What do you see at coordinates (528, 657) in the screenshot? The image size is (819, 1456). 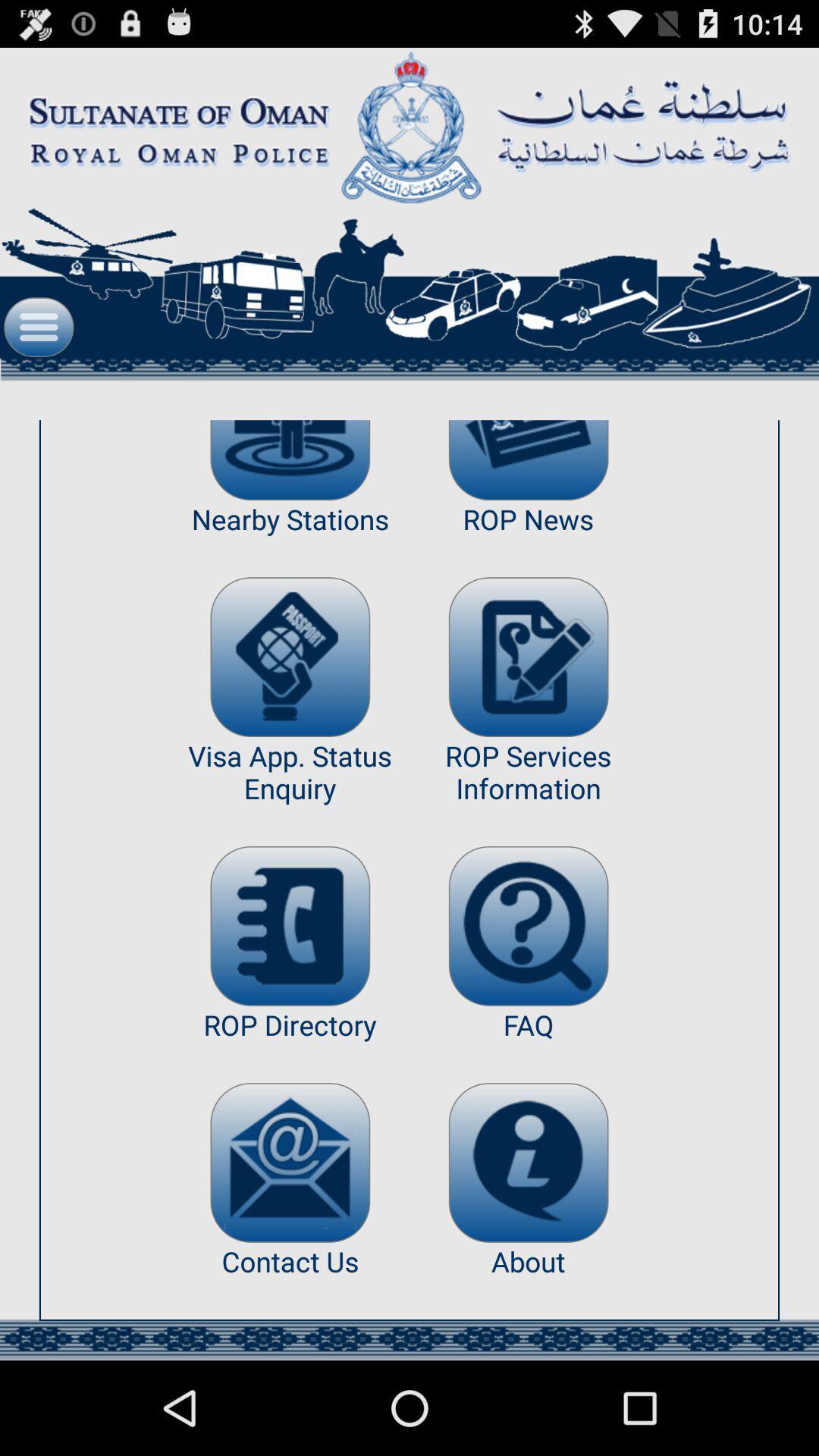 I see `'rop services information button` at bounding box center [528, 657].